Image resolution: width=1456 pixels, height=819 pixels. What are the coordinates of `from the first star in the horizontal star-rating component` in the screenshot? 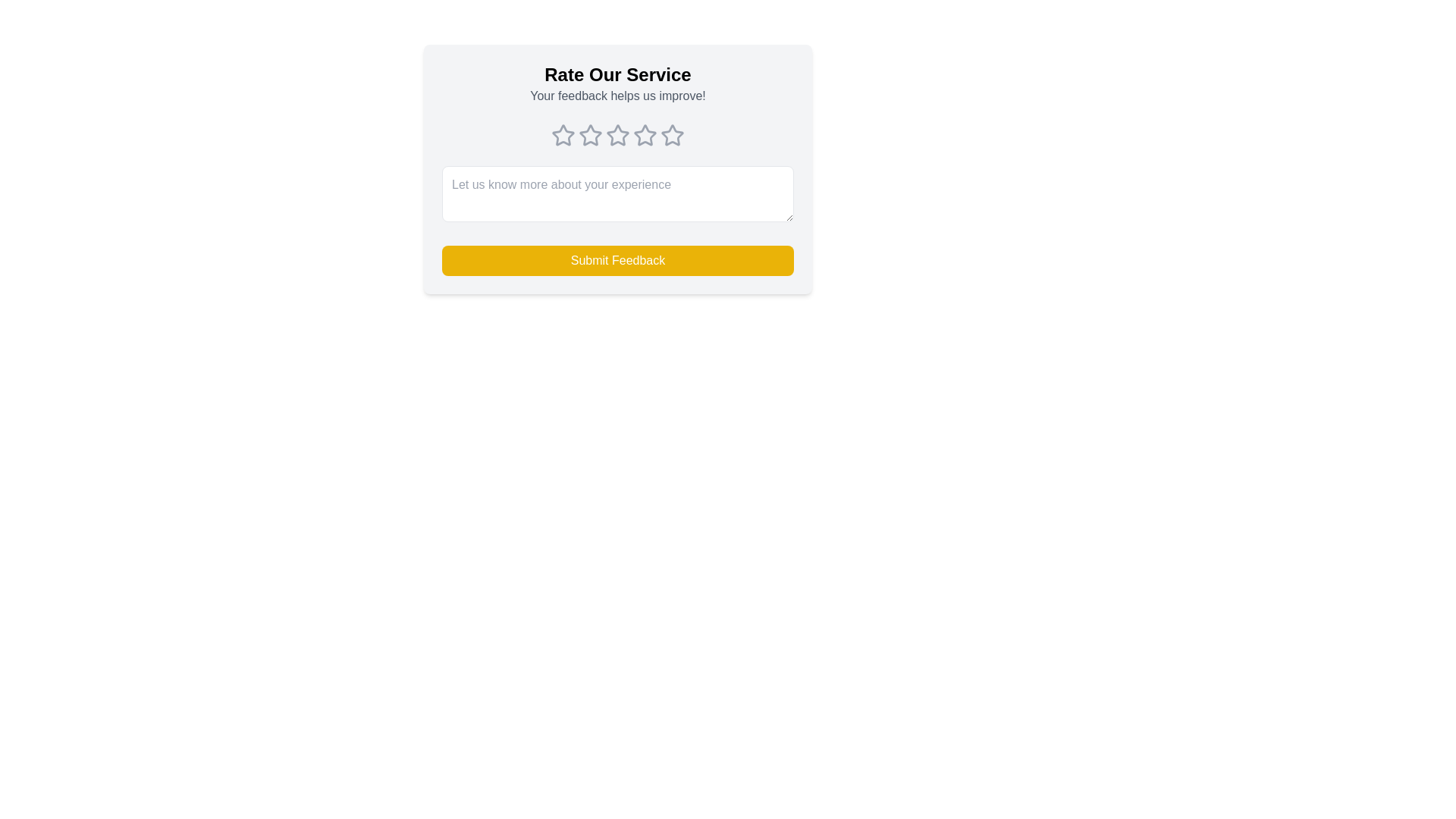 It's located at (563, 134).